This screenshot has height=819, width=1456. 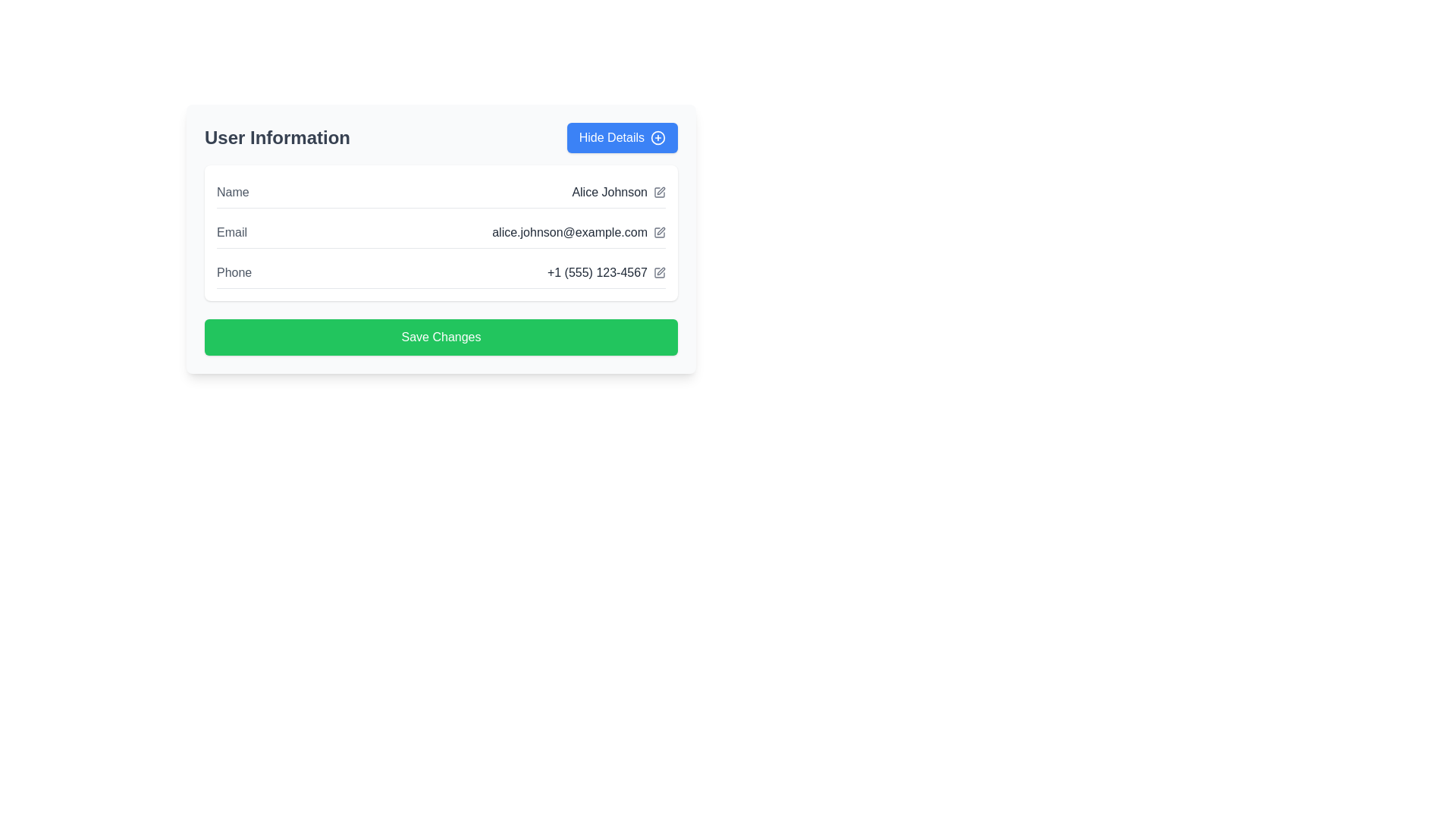 I want to click on the edit pencil icon located to the right of the email address field labeled 'alice.johnson@example.com' to initiate editing, so click(x=661, y=231).